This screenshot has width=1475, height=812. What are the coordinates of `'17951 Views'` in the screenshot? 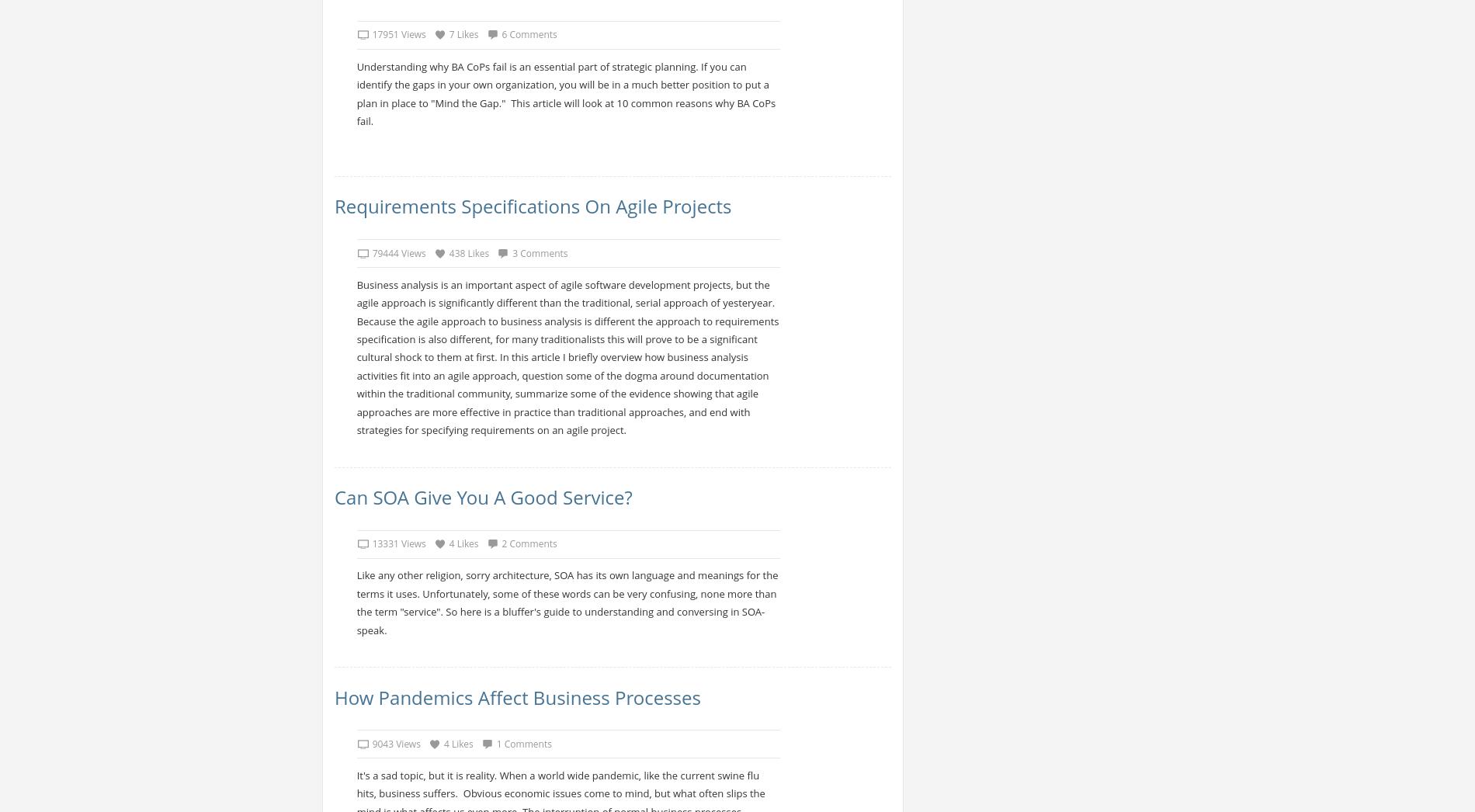 It's located at (398, 33).